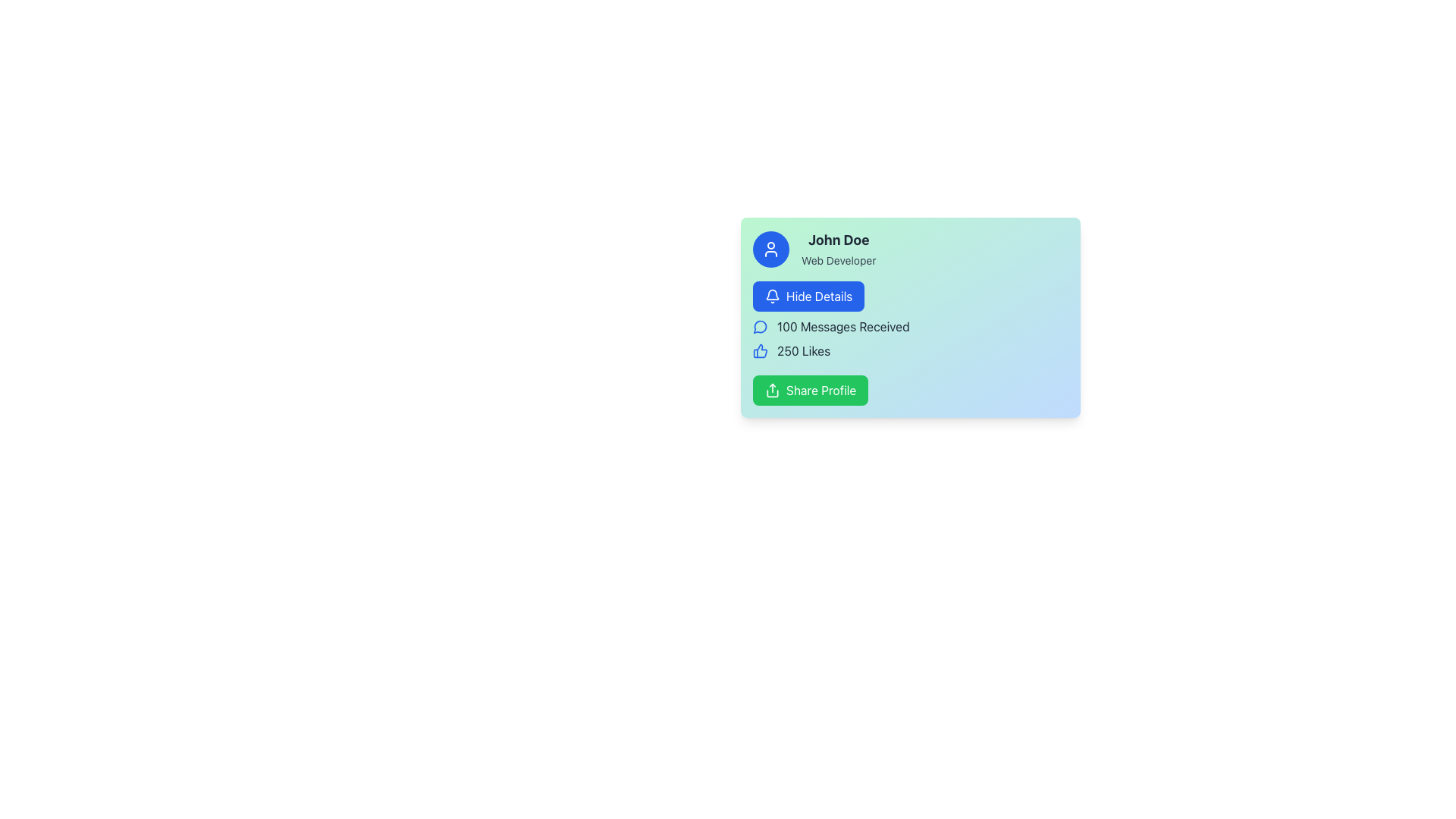 The image size is (1456, 819). I want to click on the share button located at the bottom of the profile card, so click(810, 390).